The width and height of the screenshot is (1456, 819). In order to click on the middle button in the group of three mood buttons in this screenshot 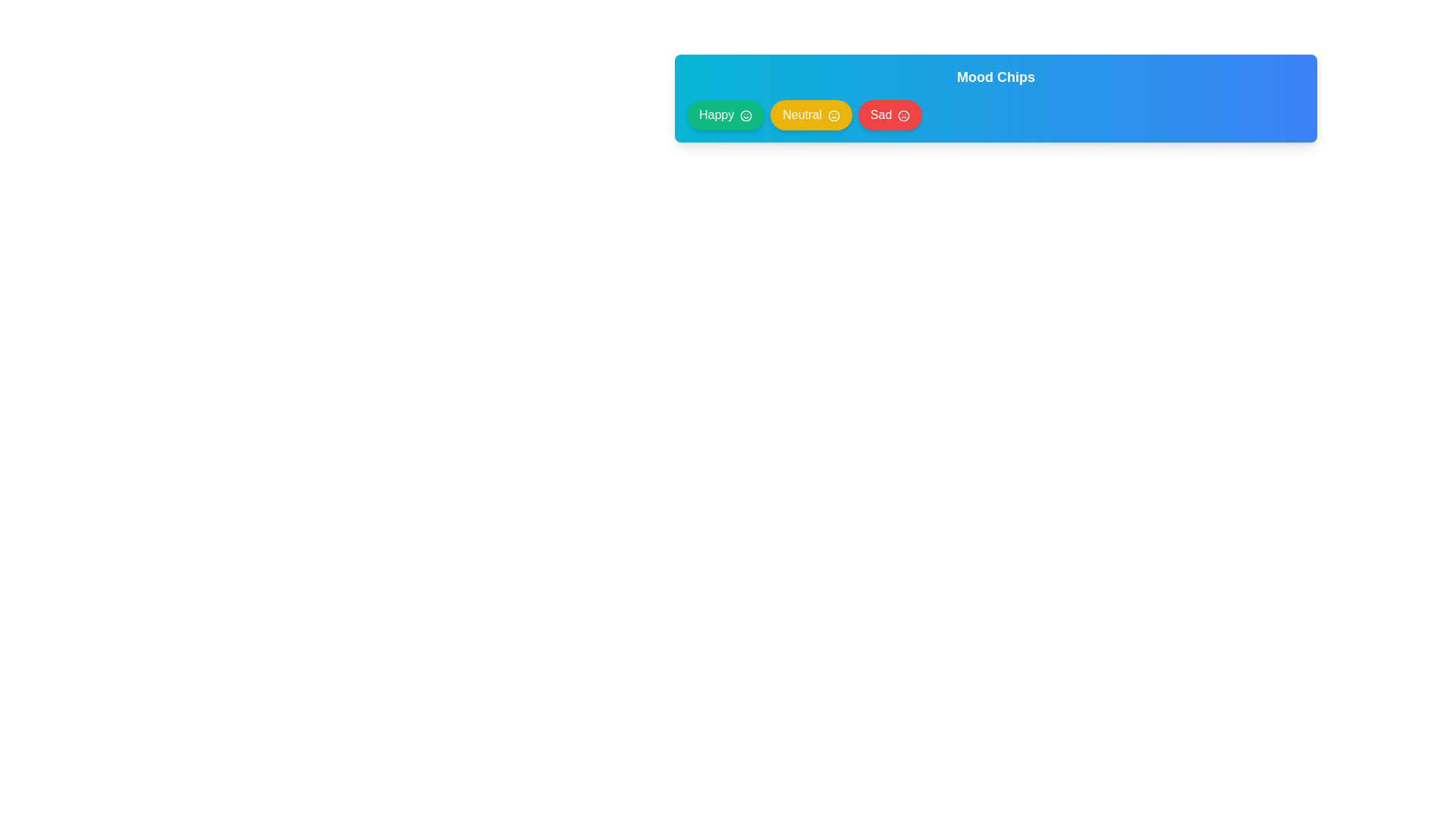, I will do `click(811, 114)`.